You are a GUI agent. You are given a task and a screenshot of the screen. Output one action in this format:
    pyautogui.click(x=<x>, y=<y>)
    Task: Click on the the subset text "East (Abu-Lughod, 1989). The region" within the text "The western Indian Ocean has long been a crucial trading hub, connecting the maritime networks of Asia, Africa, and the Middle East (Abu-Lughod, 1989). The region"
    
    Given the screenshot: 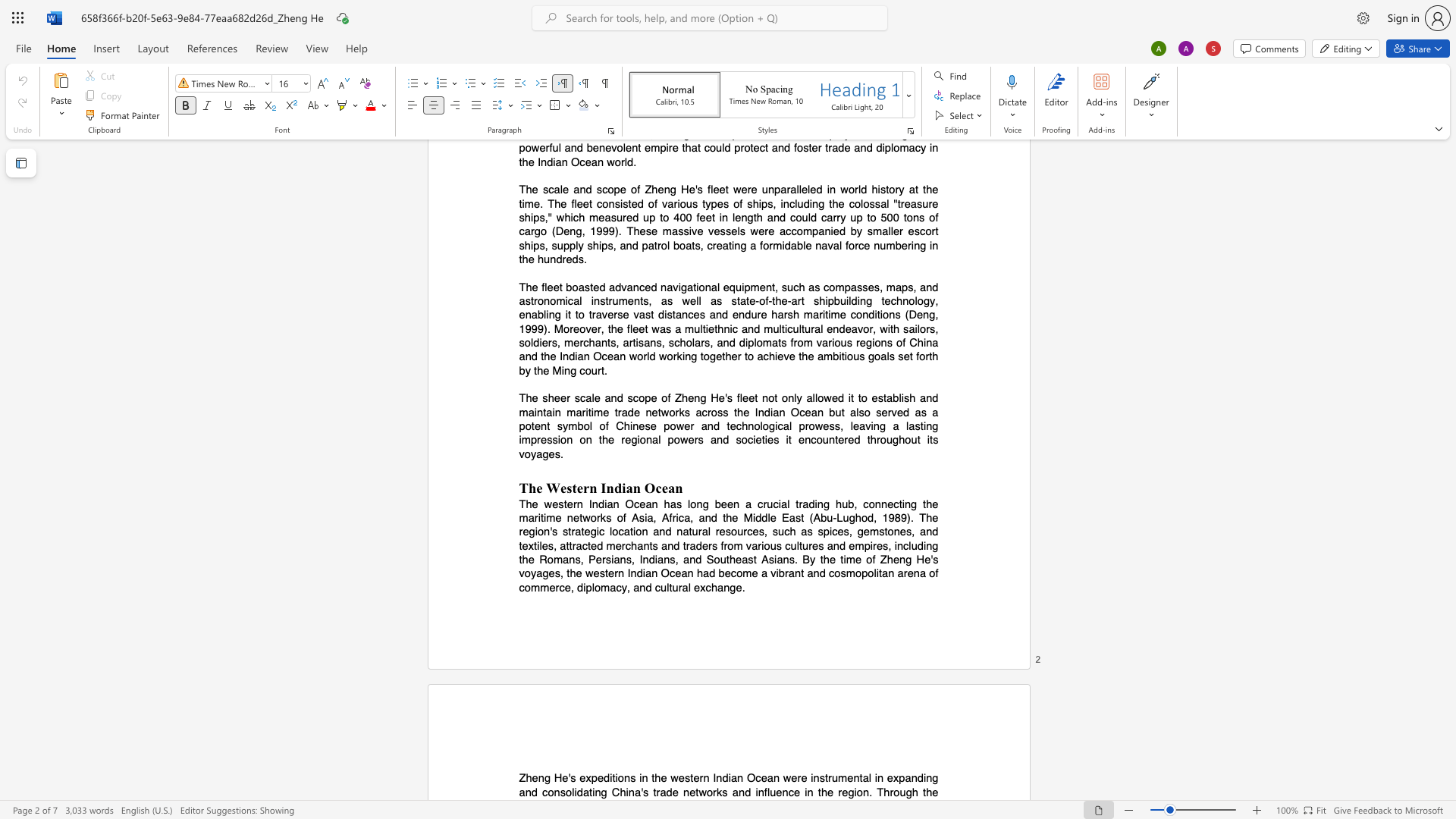 What is the action you would take?
    pyautogui.click(x=782, y=516)
    